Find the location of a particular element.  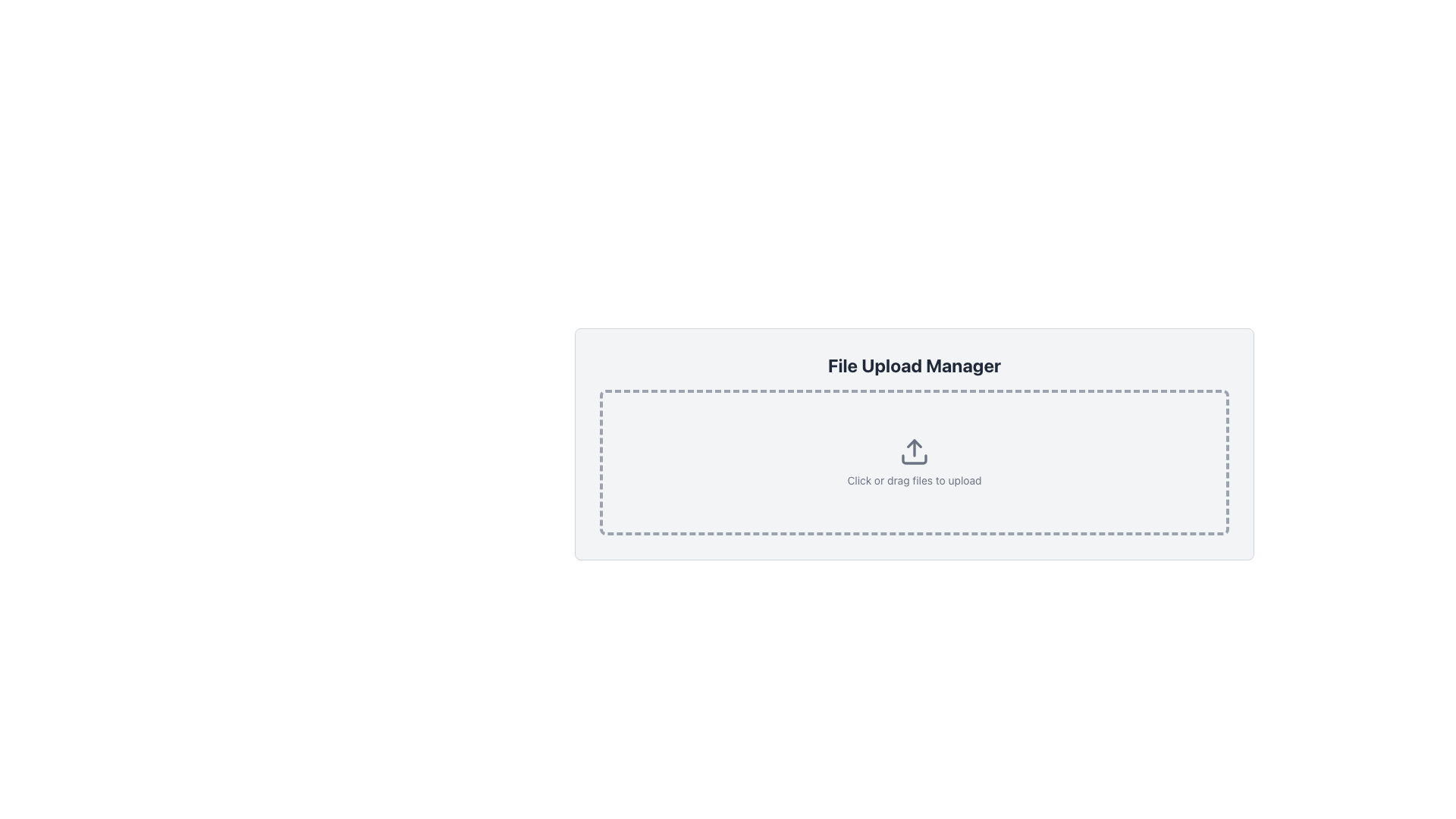

the interactive file upload area with dashed gray borders, which contains an upload icon and the text 'Click or drag files to upload' is located at coordinates (913, 461).